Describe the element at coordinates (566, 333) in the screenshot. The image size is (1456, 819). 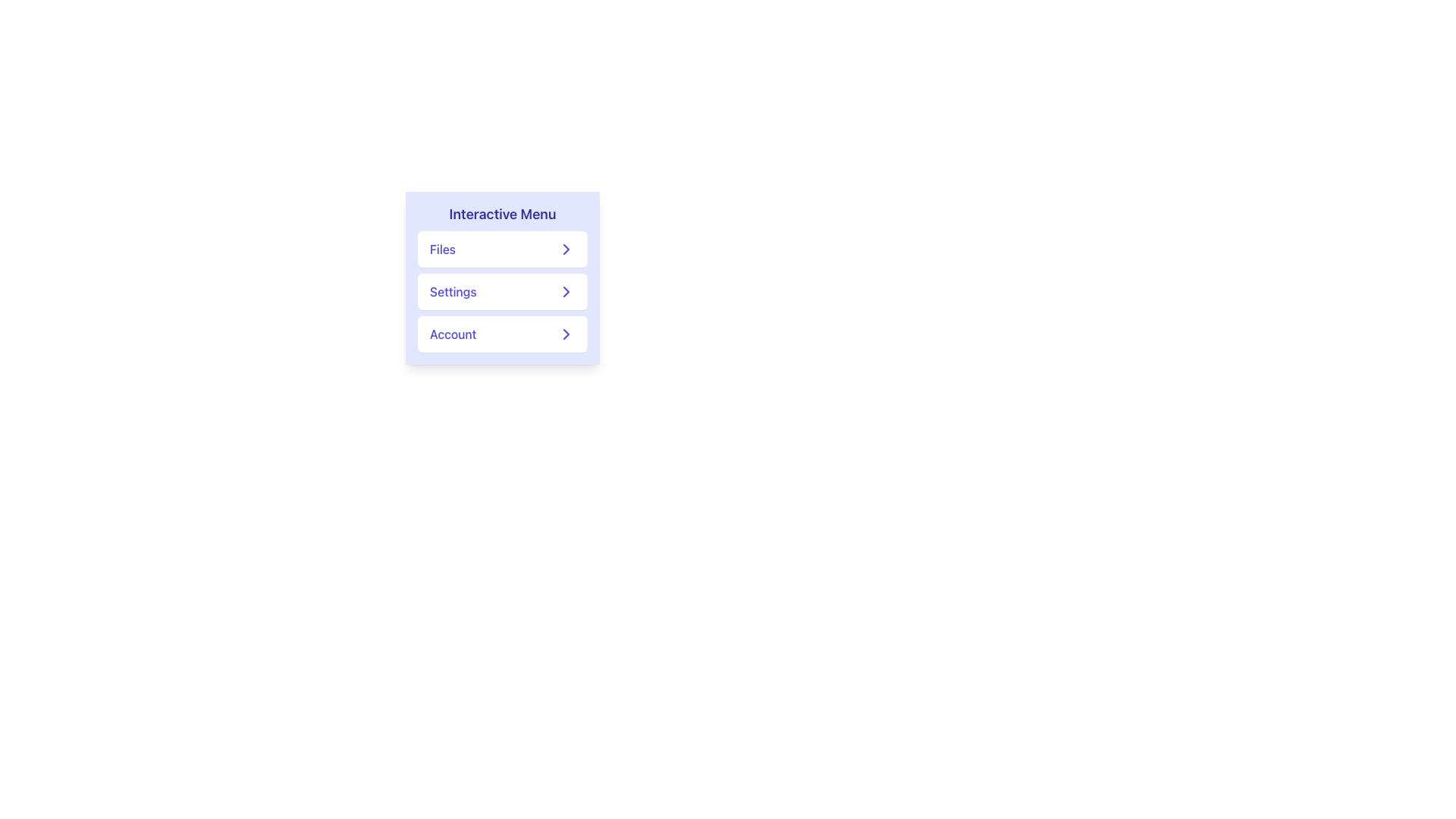
I see `the chevron icon located on the far-right side of the 'Account' button` at that location.